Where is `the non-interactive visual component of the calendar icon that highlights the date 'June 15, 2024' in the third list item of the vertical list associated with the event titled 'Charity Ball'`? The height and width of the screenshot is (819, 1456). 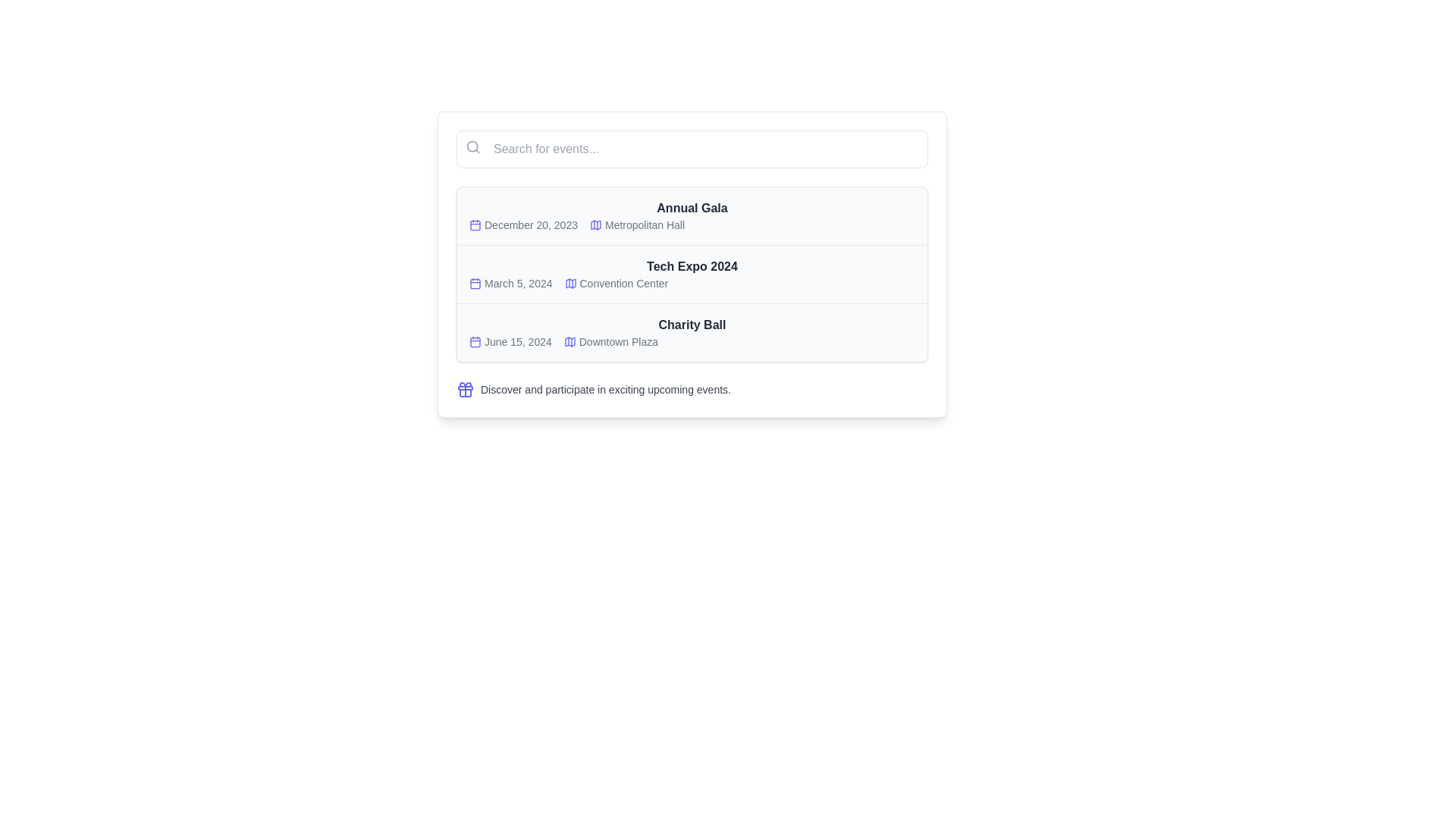 the non-interactive visual component of the calendar icon that highlights the date 'June 15, 2024' in the third list item of the vertical list associated with the event titled 'Charity Ball' is located at coordinates (475, 342).